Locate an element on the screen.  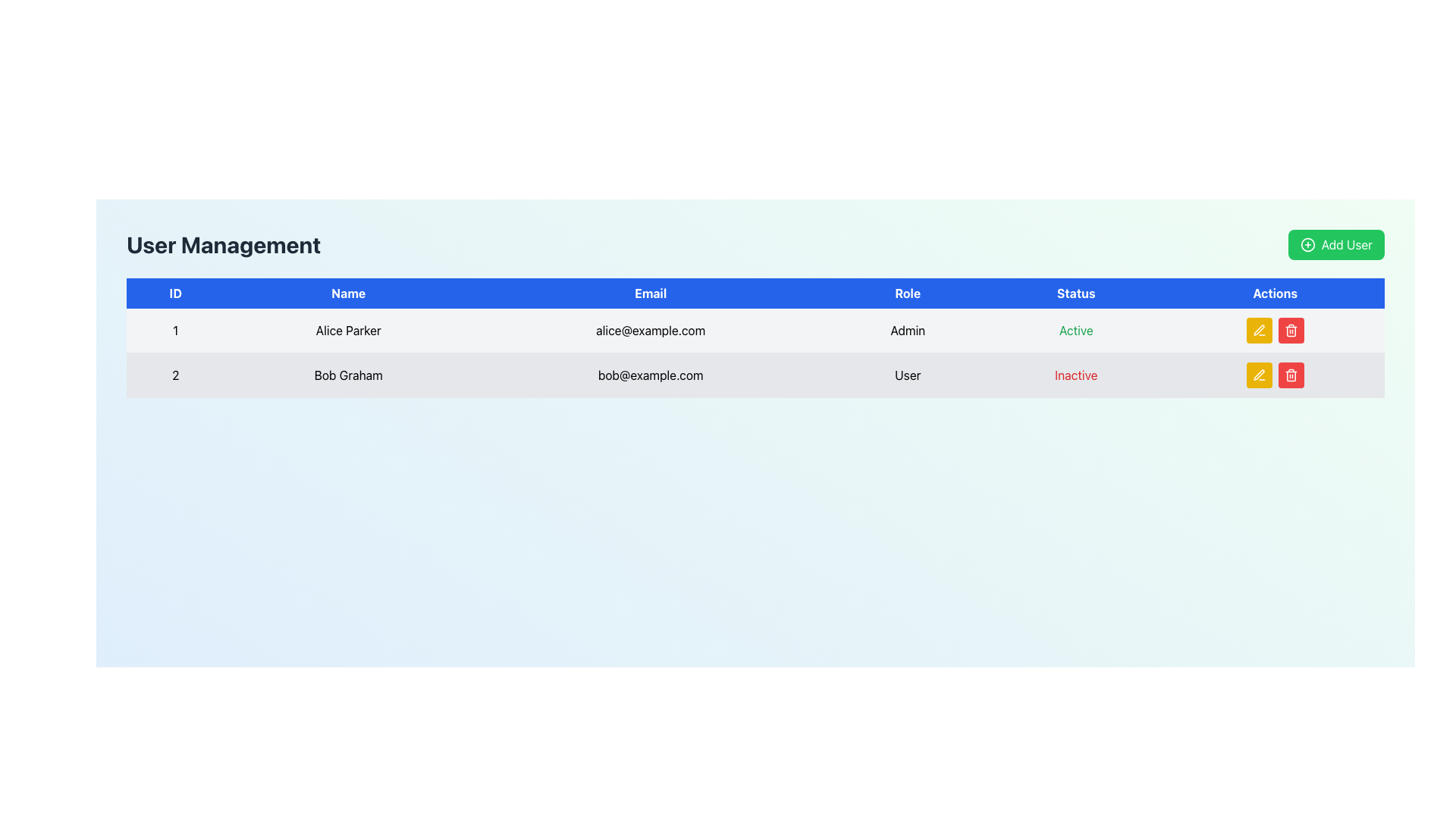
the yellow button with a white pen icon, which is the first button in the 'Actions' column of the second row in the table is located at coordinates (1259, 375).